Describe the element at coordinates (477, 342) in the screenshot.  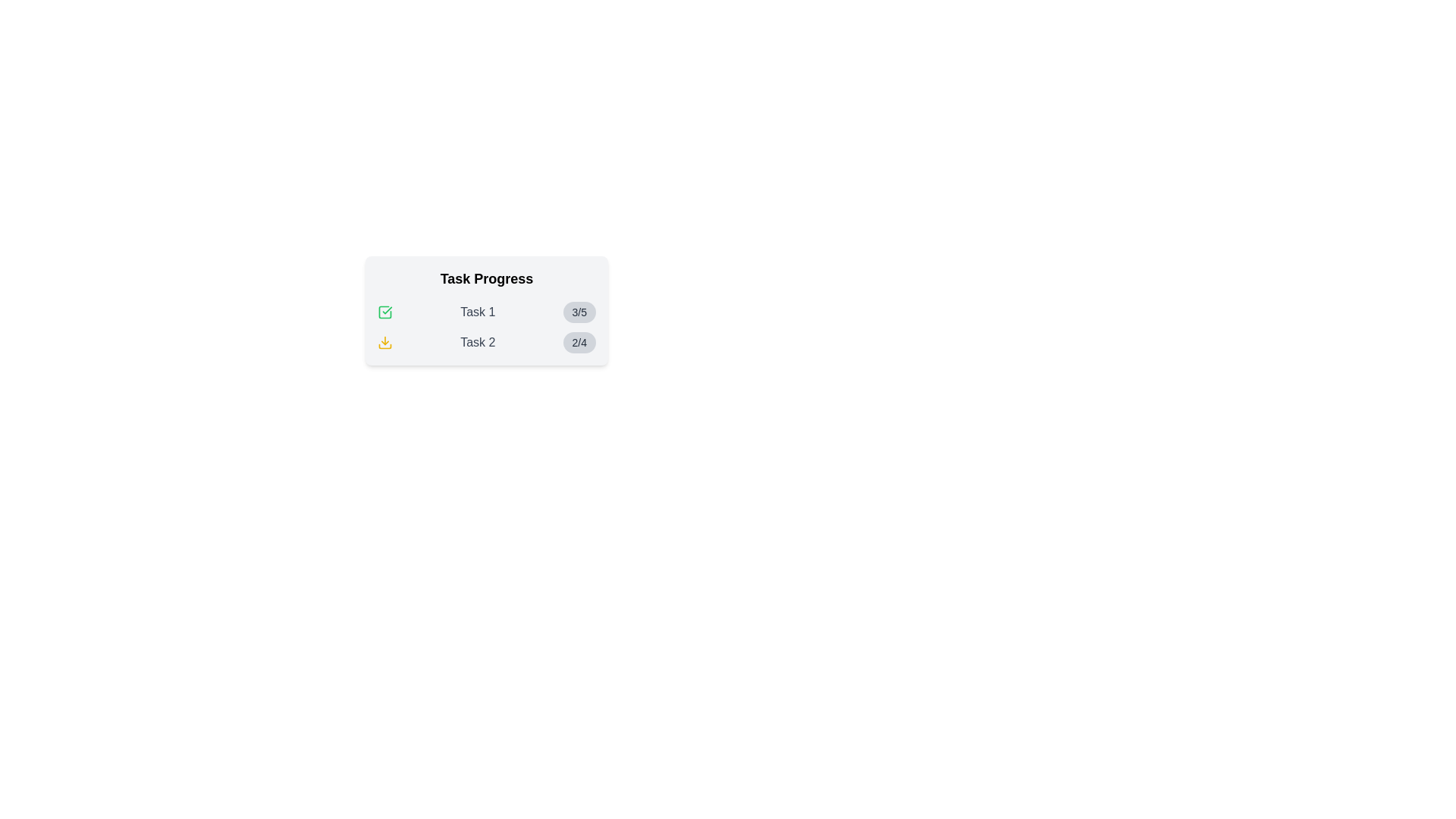
I see `the text label reading 'Task 2', which is styled in a gray sans-serif font and positioned to the left of a progress label '2/4' and to the right of a download icon` at that location.